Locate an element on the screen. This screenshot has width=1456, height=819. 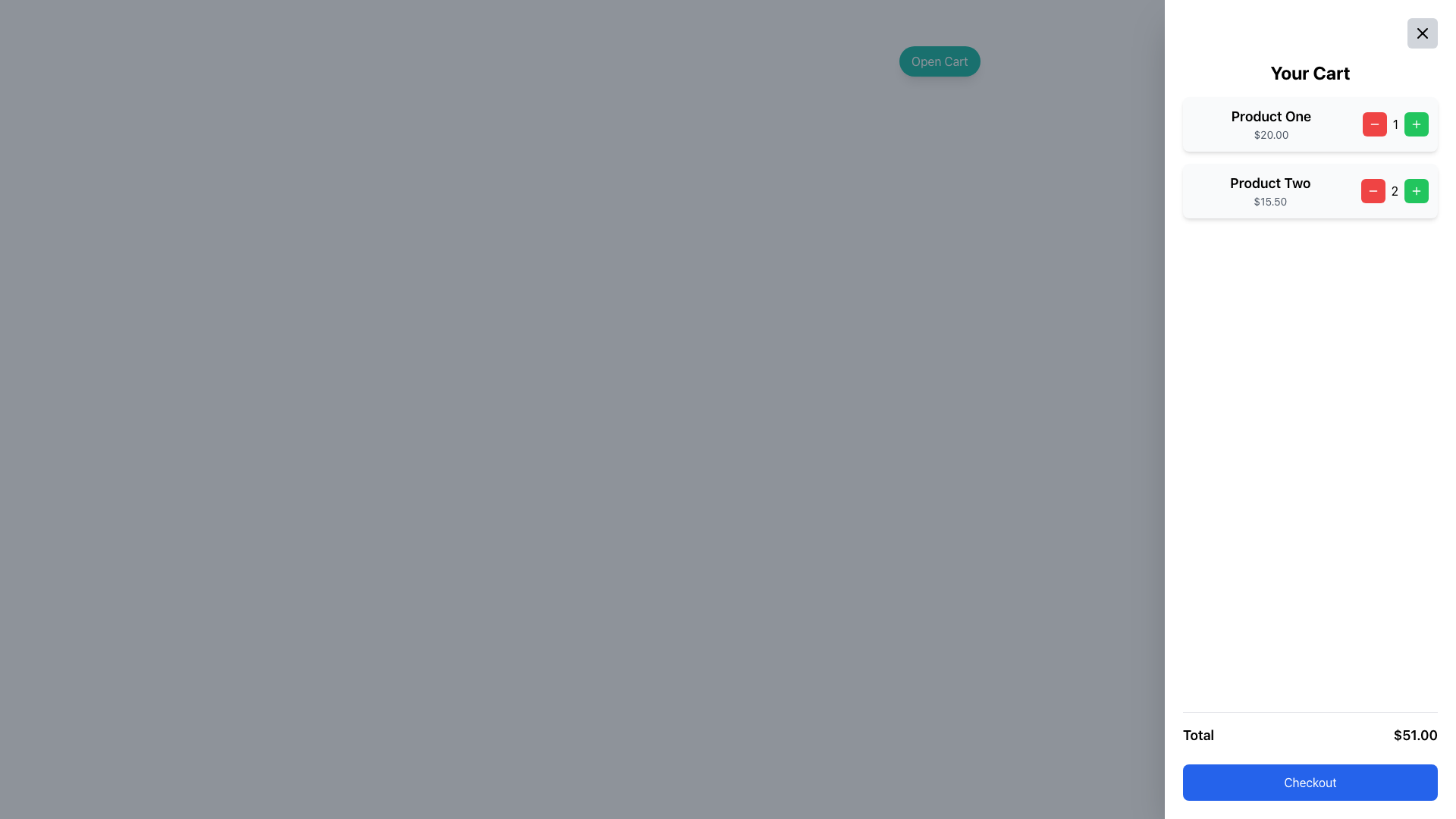
product details from the Cart Item Display for 'Product Two', which includes the product name, price, decrement button, quantity, and increment button, located in the second row of the cart section is located at coordinates (1310, 190).